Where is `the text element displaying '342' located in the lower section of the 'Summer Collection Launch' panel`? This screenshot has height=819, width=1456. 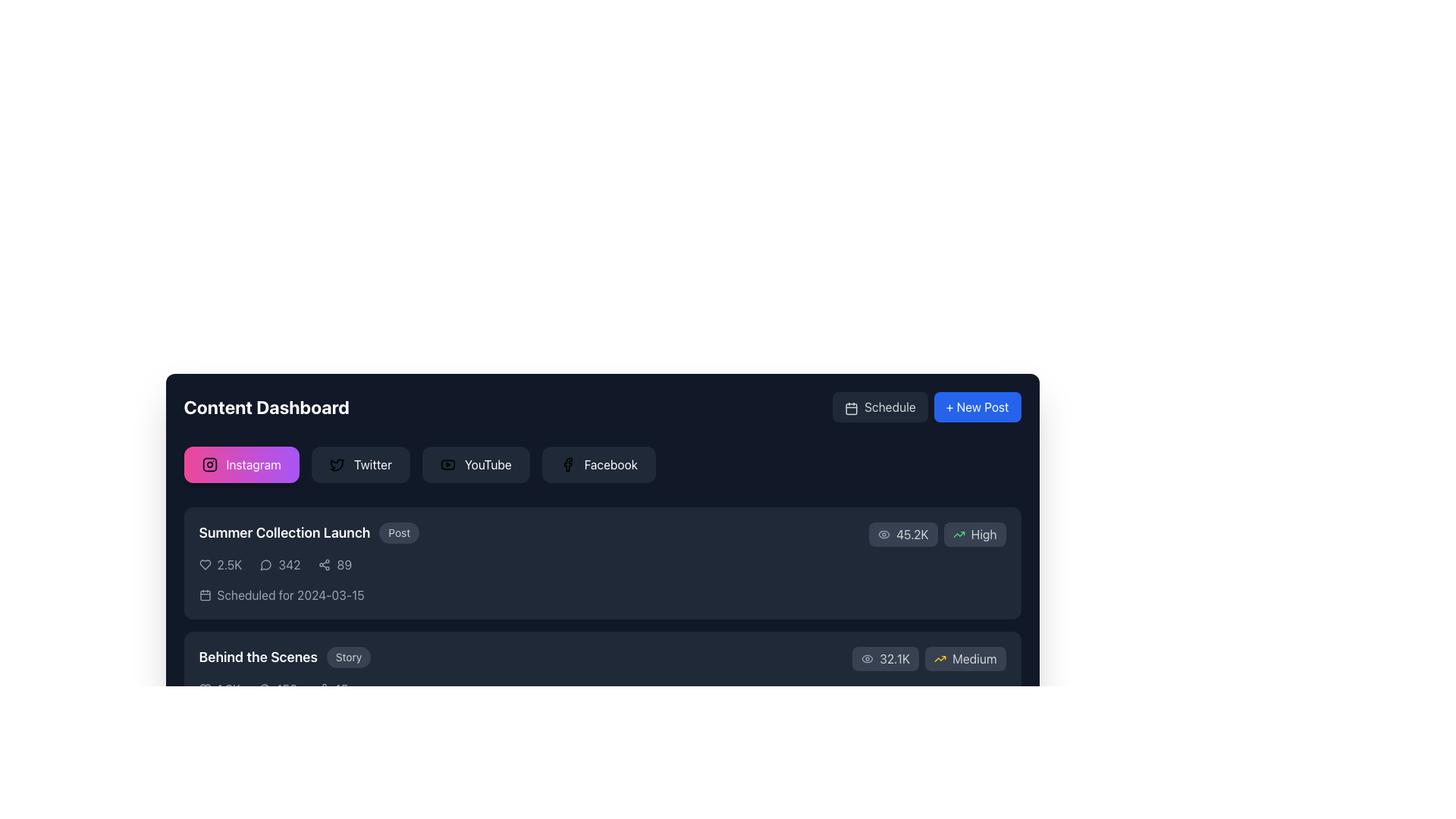
the text element displaying '342' located in the lower section of the 'Summer Collection Launch' panel is located at coordinates (289, 564).